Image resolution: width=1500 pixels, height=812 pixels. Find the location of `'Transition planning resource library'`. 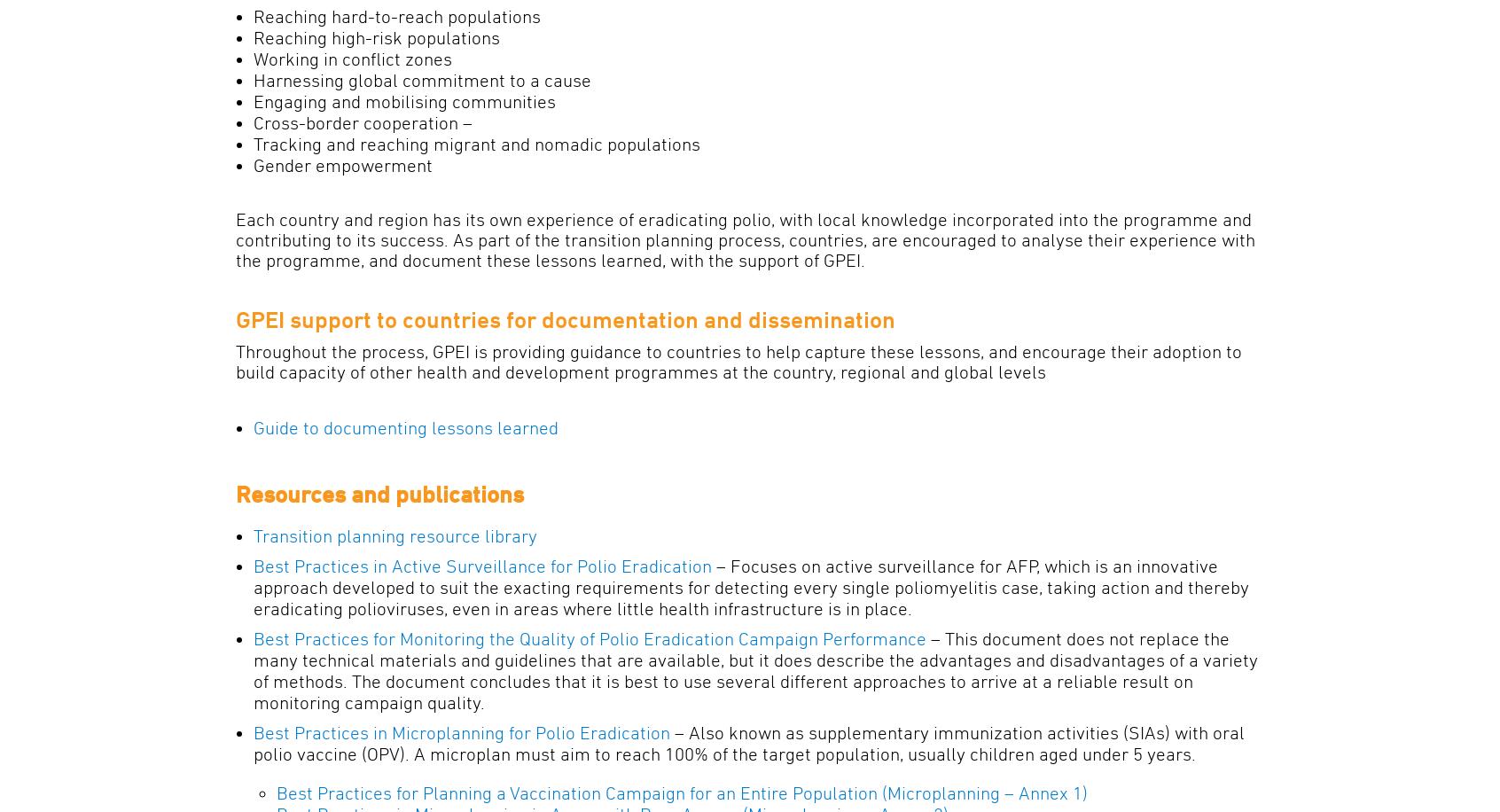

'Transition planning resource library' is located at coordinates (252, 535).